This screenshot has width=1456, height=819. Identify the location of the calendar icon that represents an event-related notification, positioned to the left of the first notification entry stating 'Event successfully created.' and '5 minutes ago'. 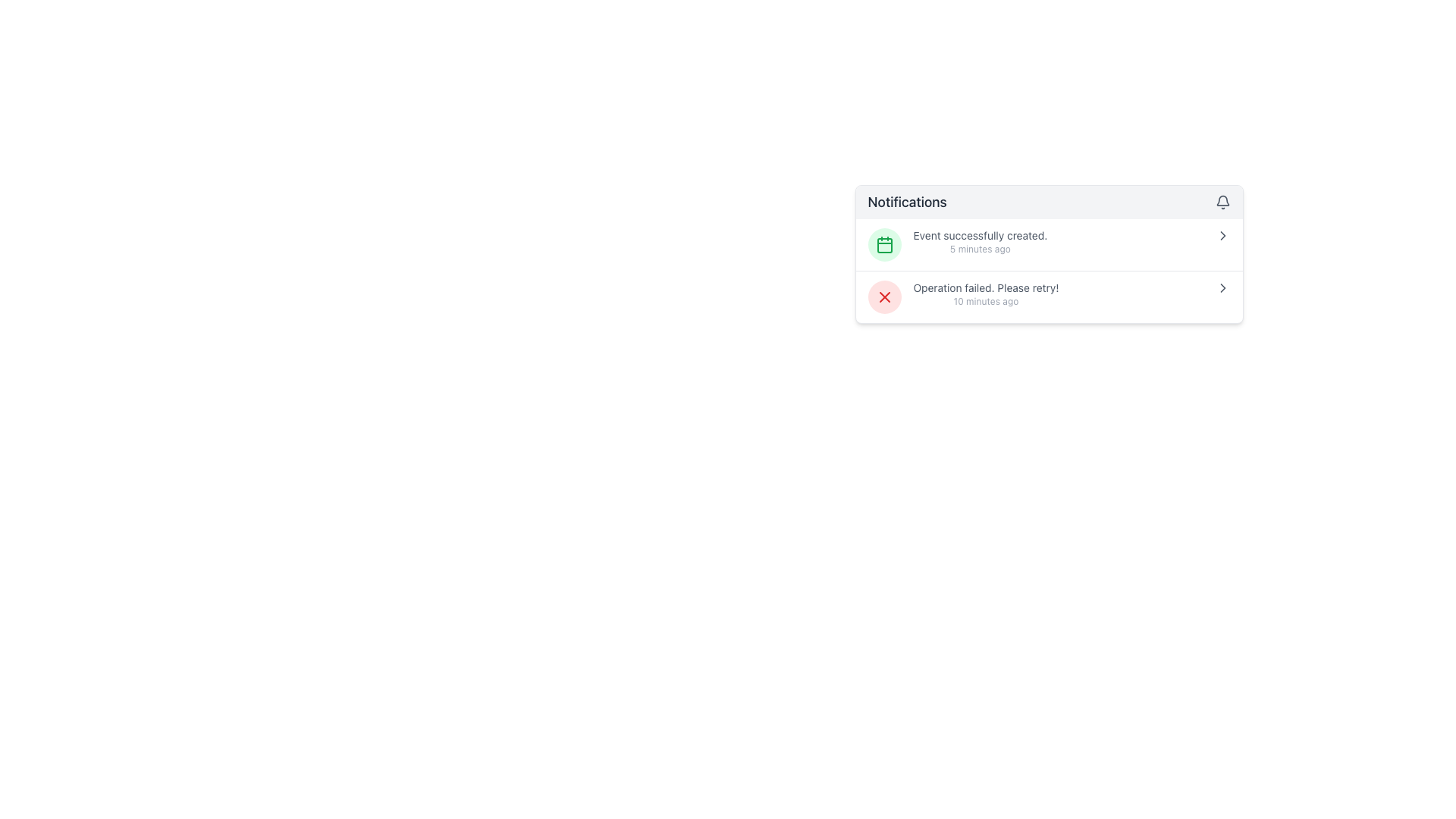
(884, 244).